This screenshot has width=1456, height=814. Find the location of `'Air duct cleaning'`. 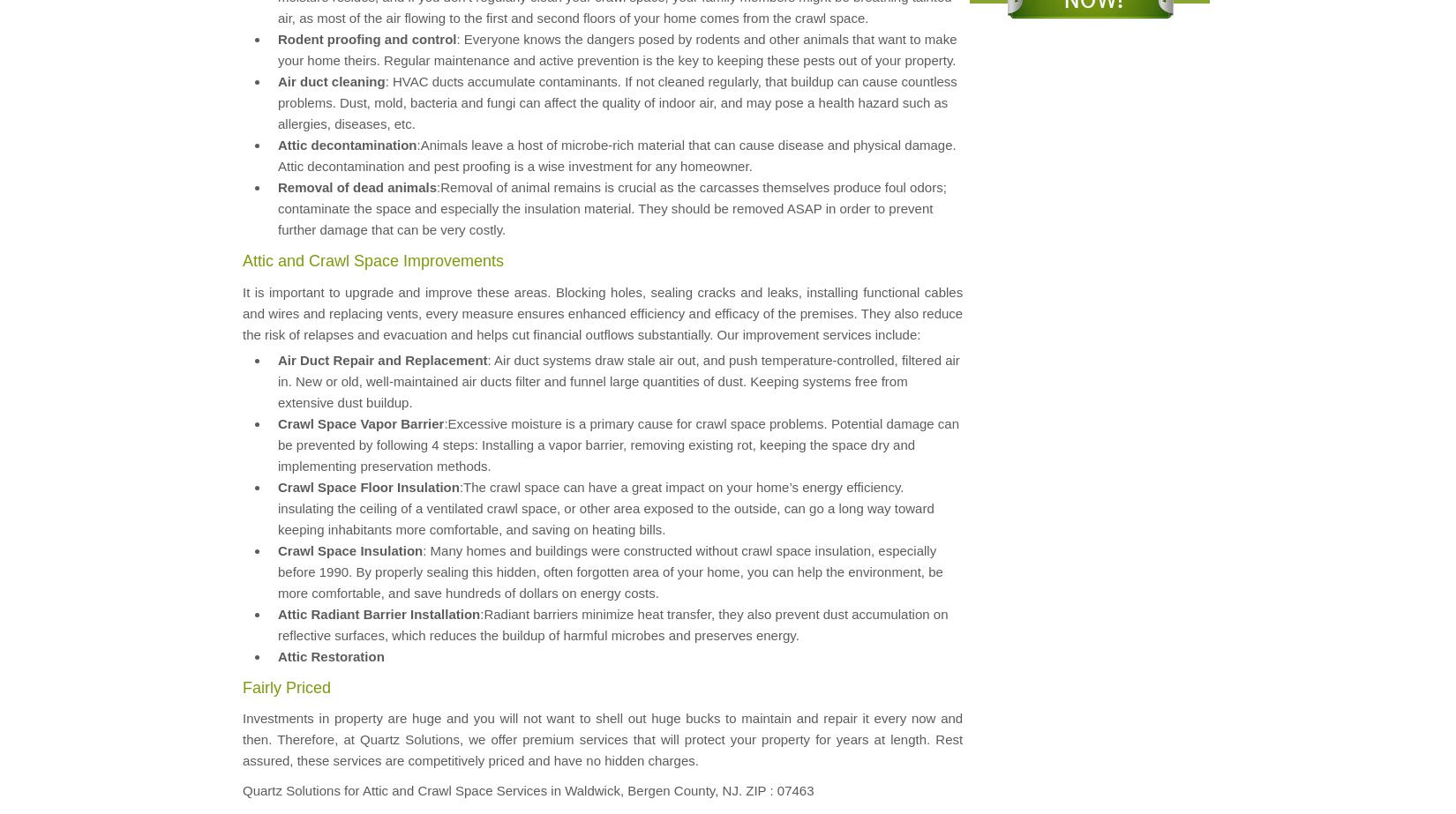

'Air duct cleaning' is located at coordinates (277, 81).